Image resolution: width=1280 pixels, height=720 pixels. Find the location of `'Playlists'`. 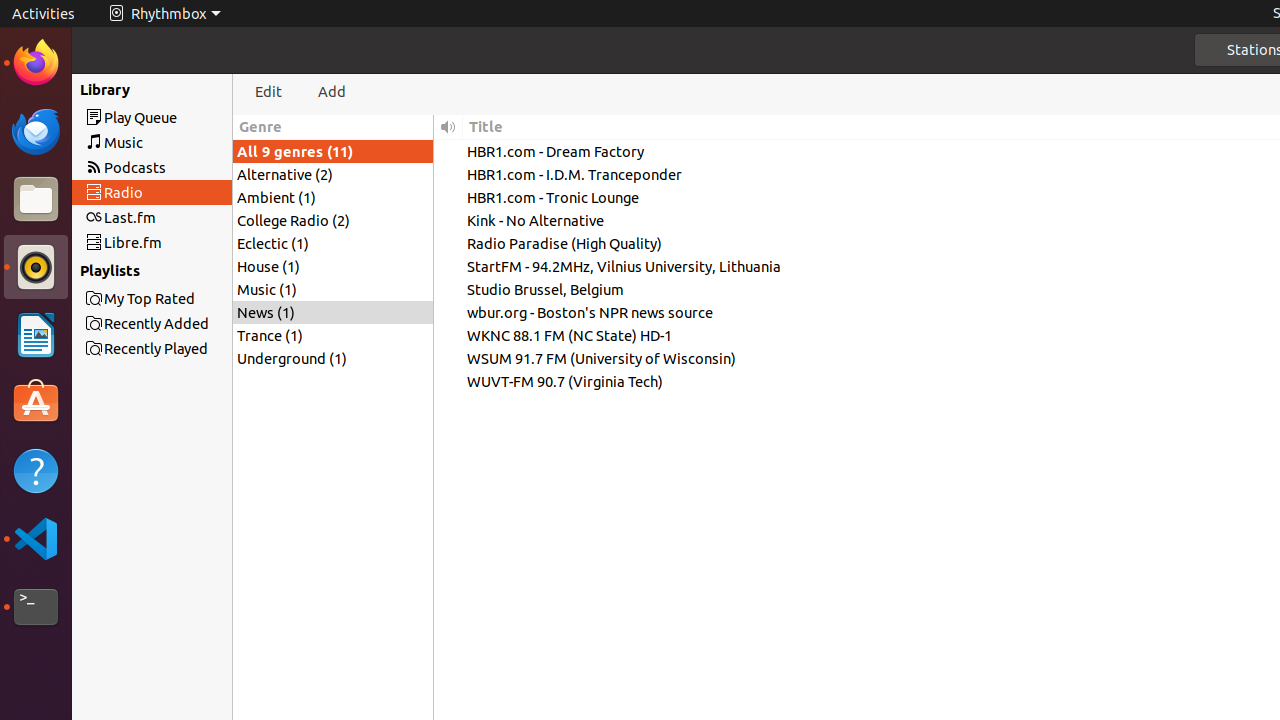

'Playlists' is located at coordinates (92, 270).